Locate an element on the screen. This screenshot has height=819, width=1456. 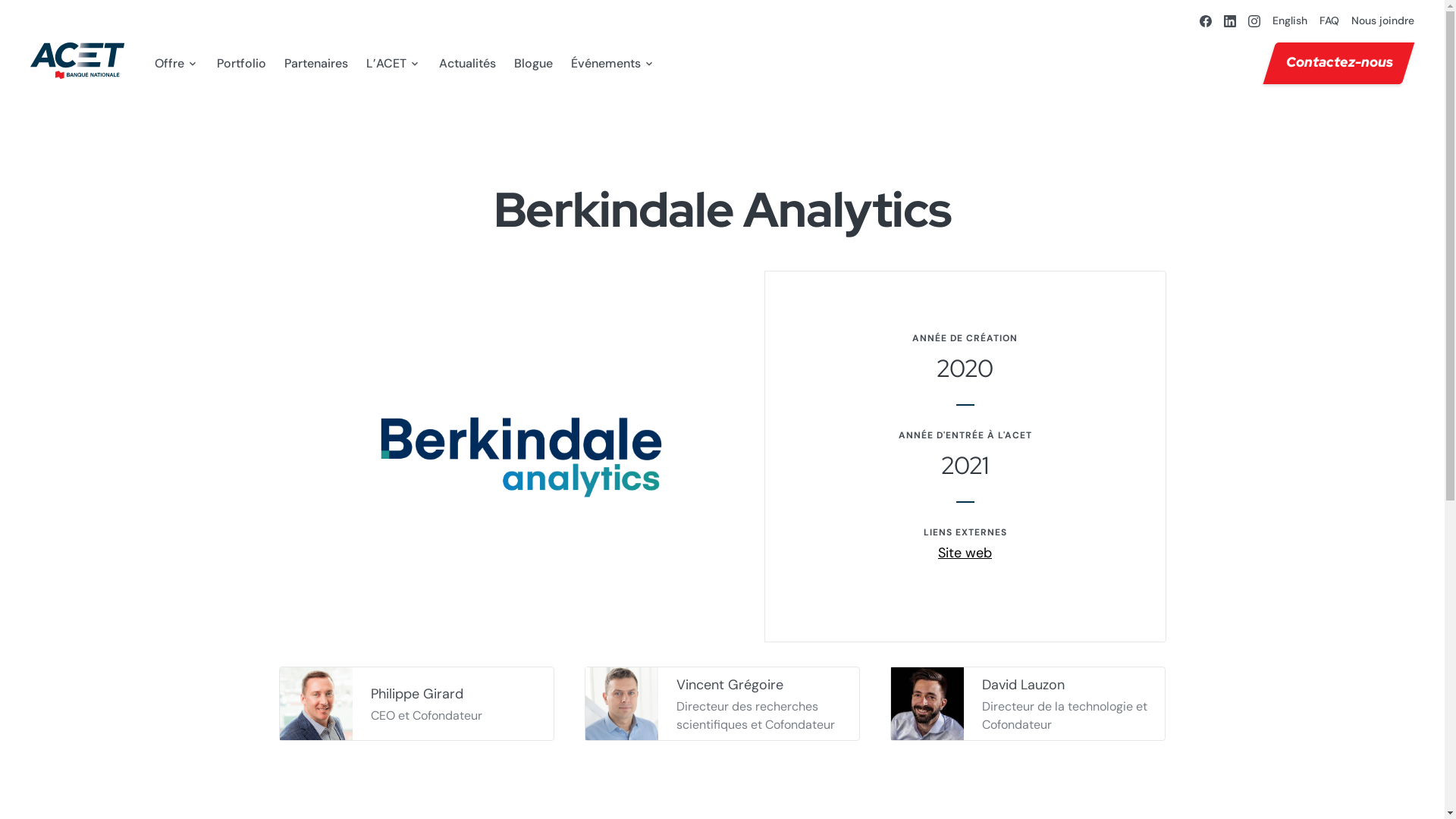
'Offre' is located at coordinates (154, 62).